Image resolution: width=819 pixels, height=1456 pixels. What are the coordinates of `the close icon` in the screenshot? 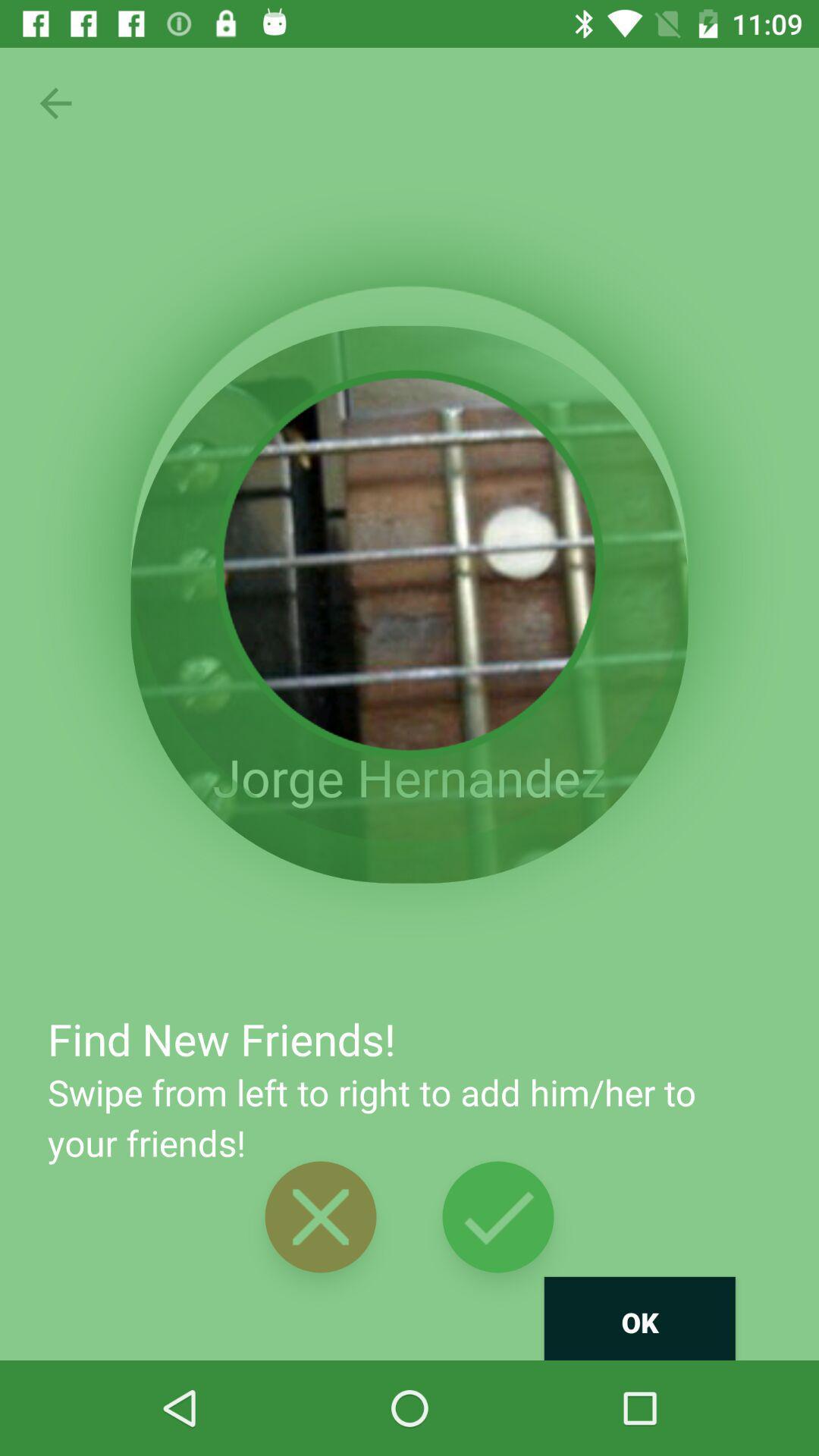 It's located at (320, 1216).